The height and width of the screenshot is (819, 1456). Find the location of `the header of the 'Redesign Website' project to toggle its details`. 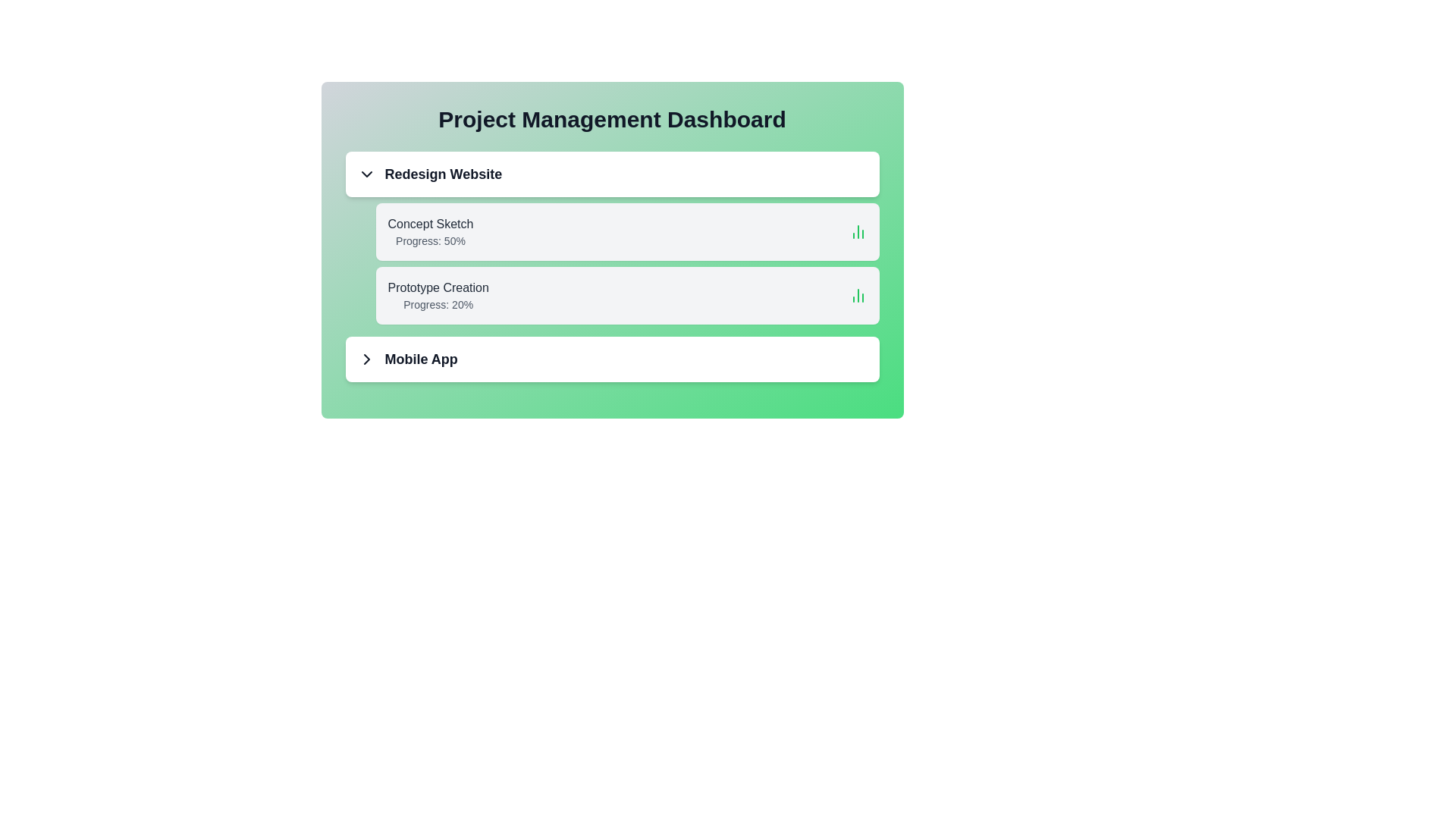

the header of the 'Redesign Website' project to toggle its details is located at coordinates (612, 174).